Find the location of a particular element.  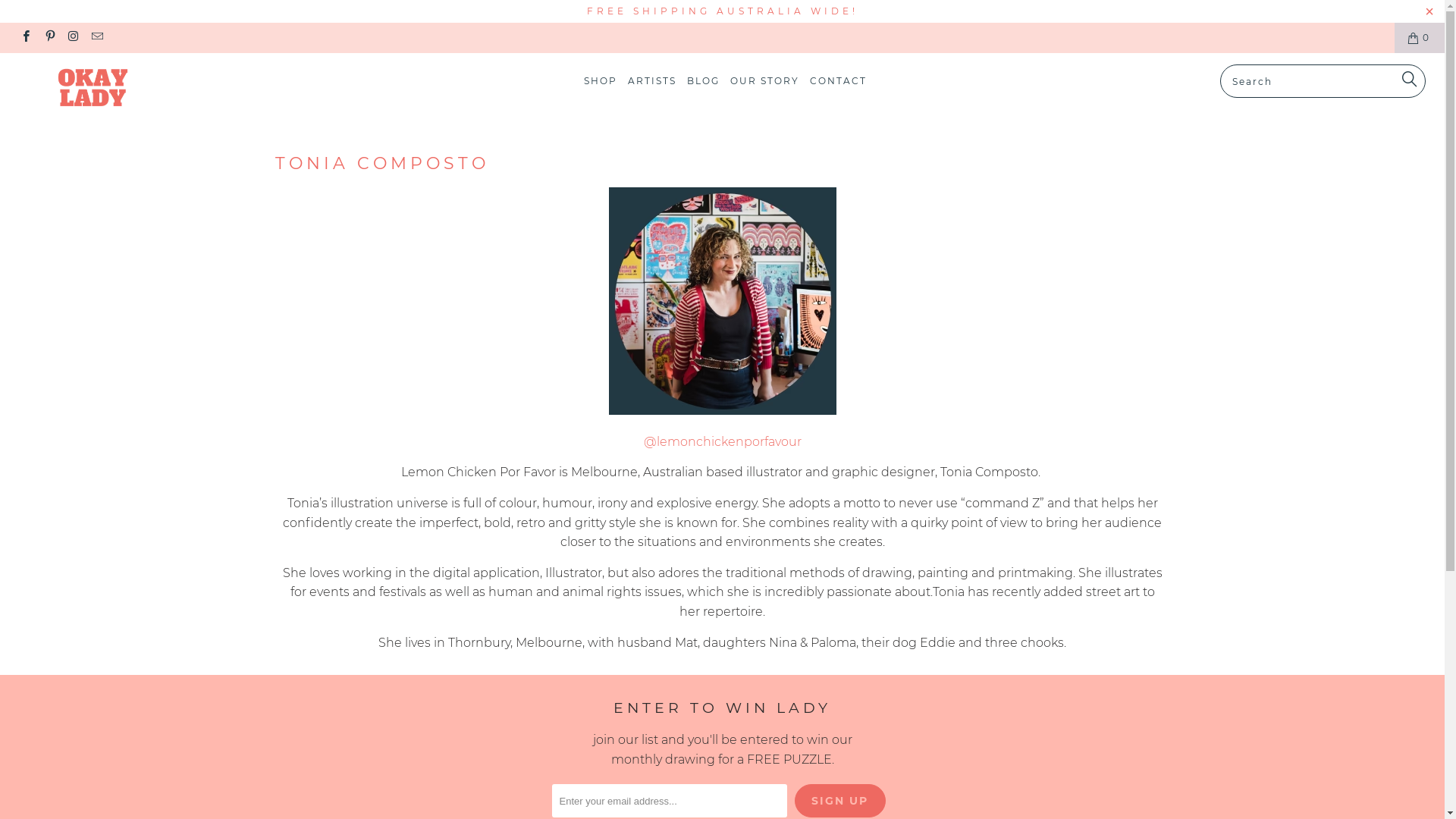

'BLOG' is located at coordinates (702, 81).